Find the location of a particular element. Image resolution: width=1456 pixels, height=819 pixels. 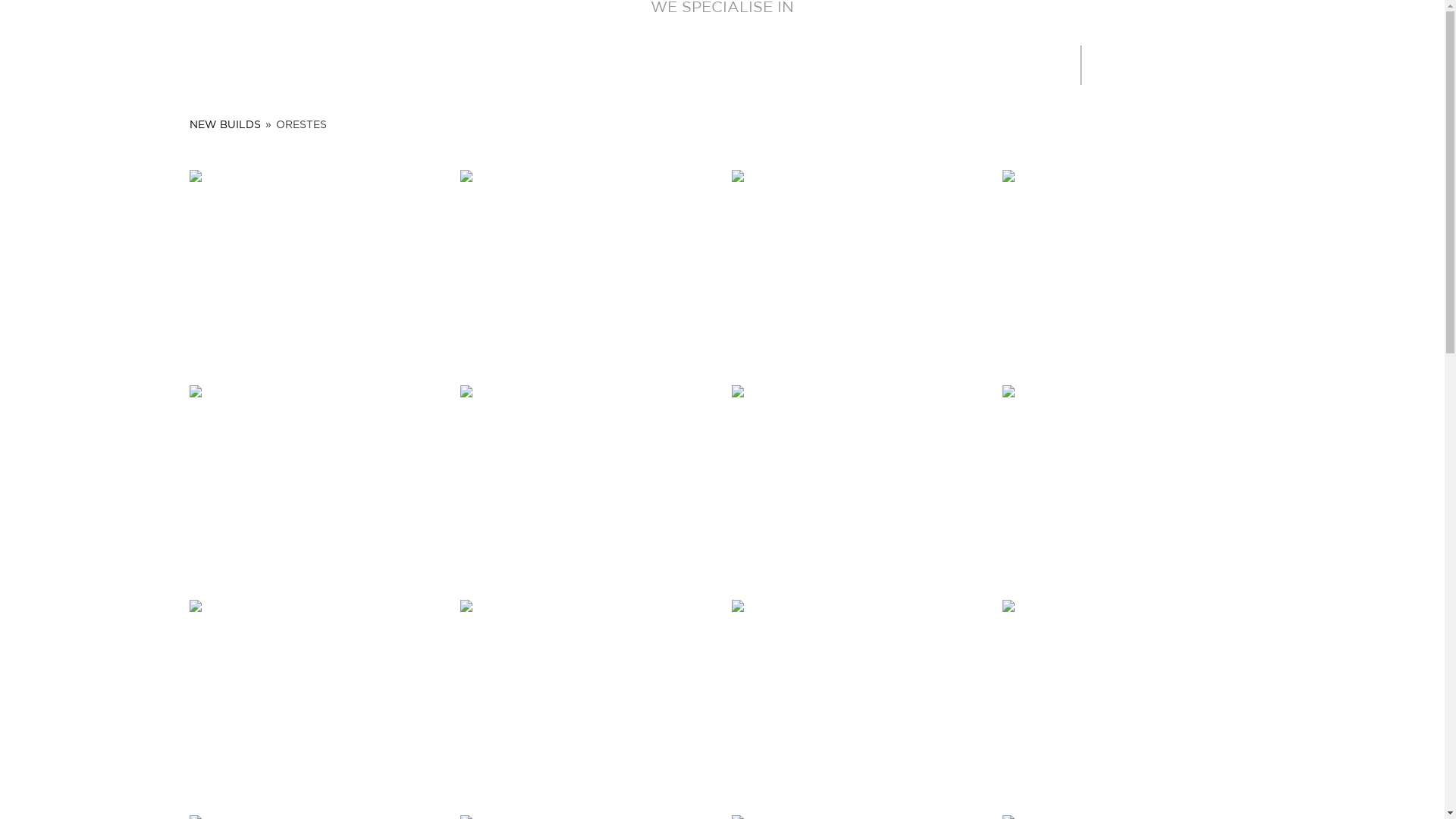

'SERVICES' is located at coordinates (563, 62).